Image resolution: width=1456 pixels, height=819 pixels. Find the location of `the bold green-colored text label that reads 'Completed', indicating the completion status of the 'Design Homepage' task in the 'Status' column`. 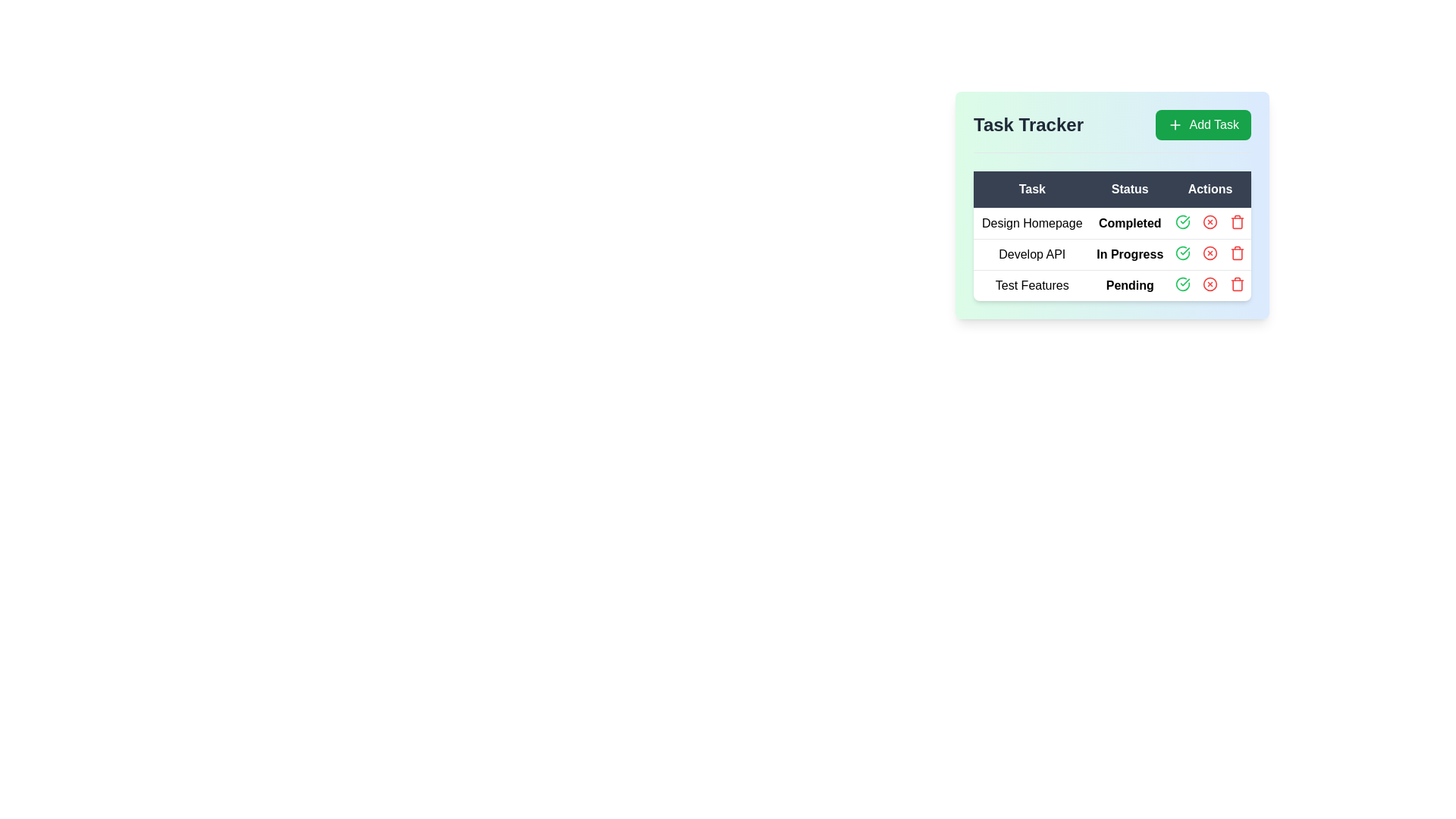

the bold green-colored text label that reads 'Completed', indicating the completion status of the 'Design Homepage' task in the 'Status' column is located at coordinates (1130, 223).